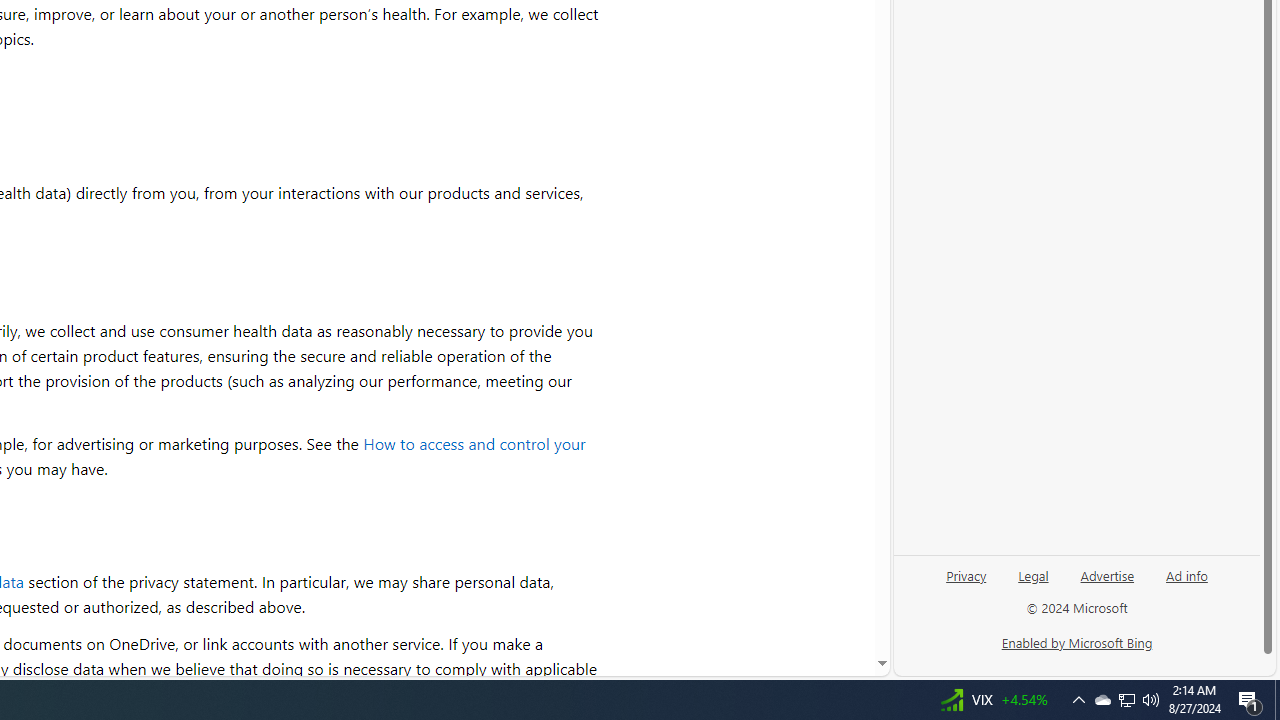  I want to click on 'Privacy', so click(967, 583).